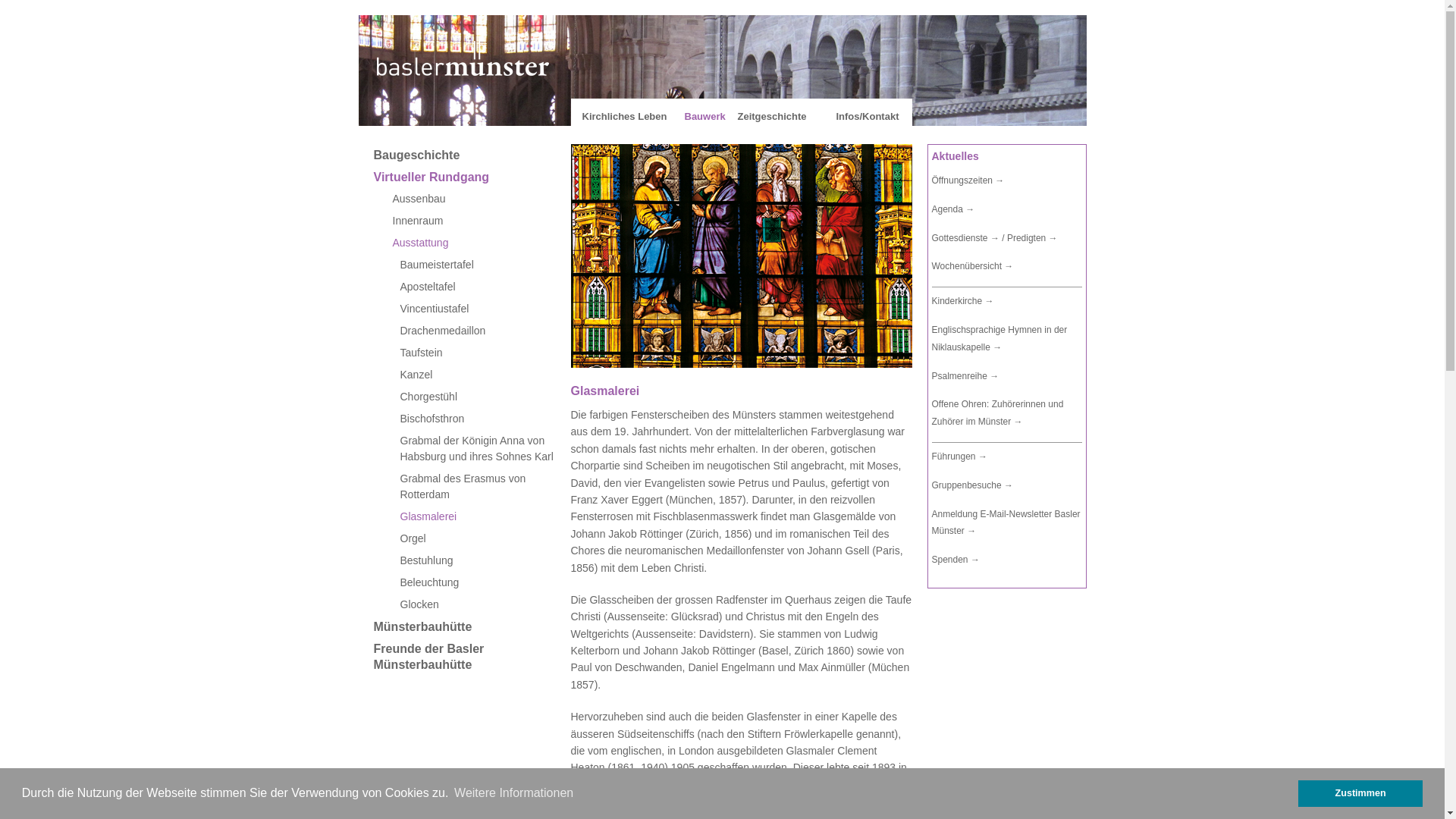  I want to click on 'Orgel', so click(475, 538).